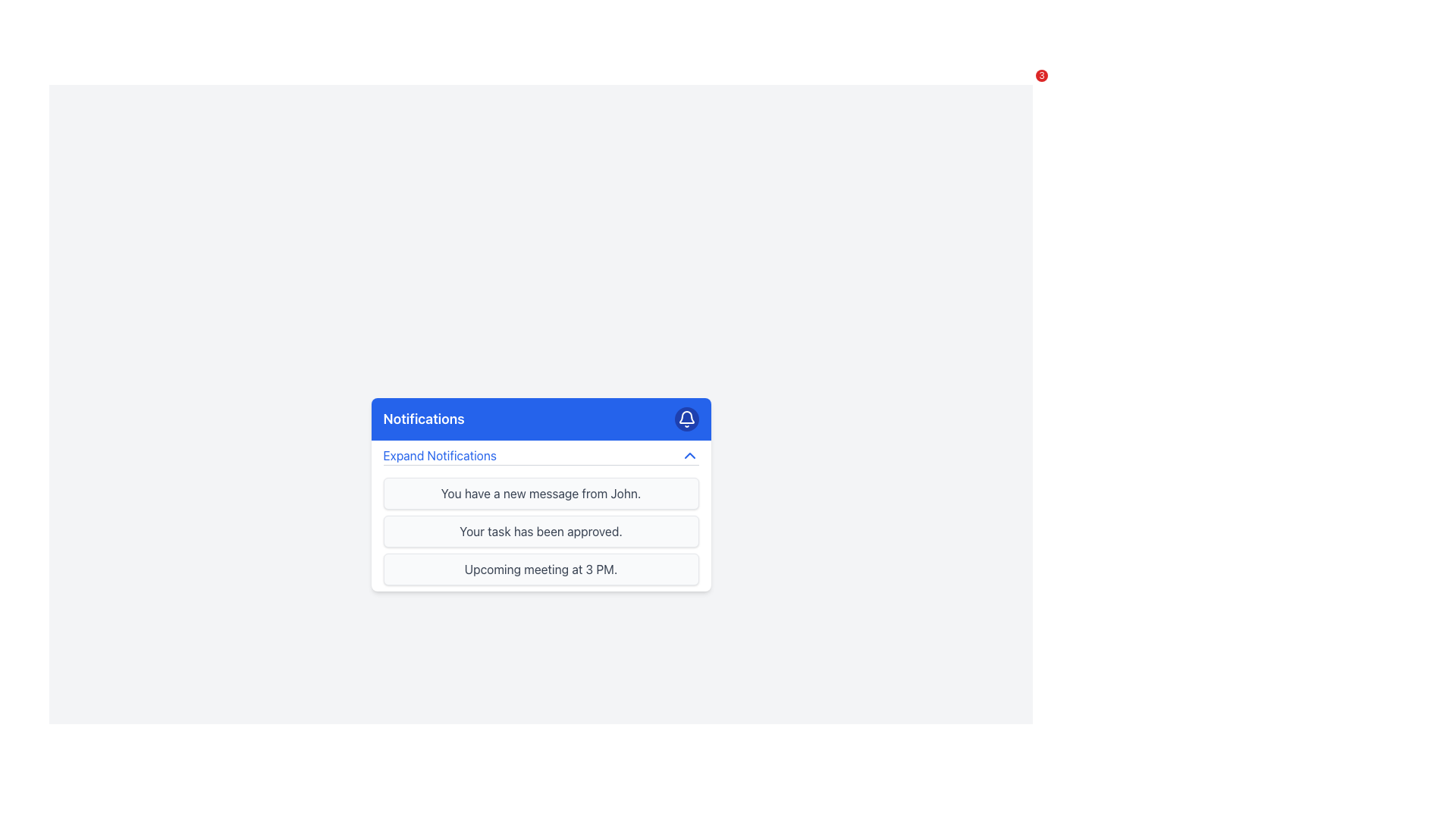 This screenshot has height=819, width=1456. Describe the element at coordinates (541, 493) in the screenshot. I see `the Text Display Area that indicates a new message from 'John' in the Notifications panel` at that location.